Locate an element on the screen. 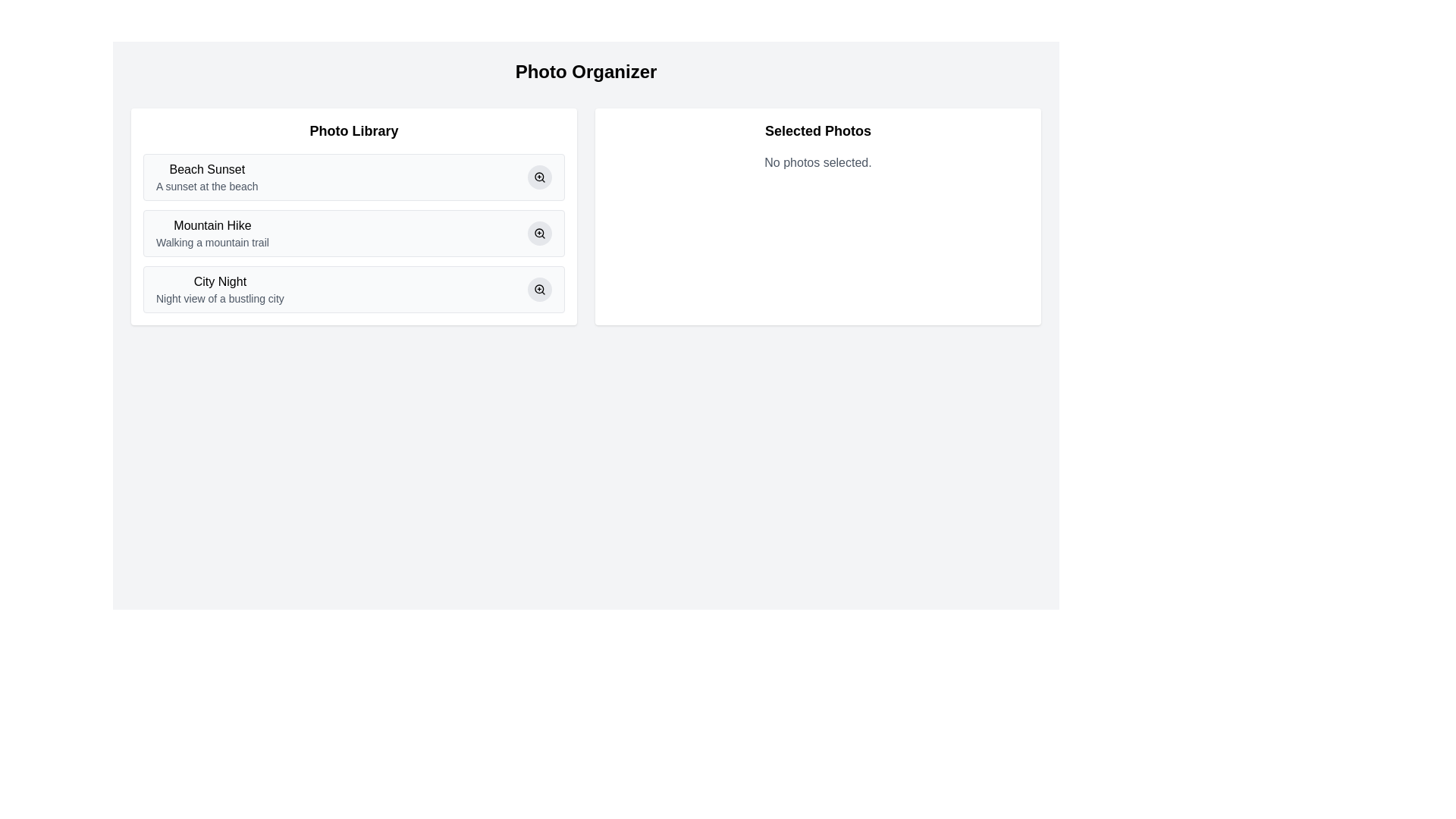 This screenshot has width=1456, height=819. the magnifying glass icon with a '+' symbol in the 'Mountain Hike' list item of the 'Photo Library' section is located at coordinates (539, 234).